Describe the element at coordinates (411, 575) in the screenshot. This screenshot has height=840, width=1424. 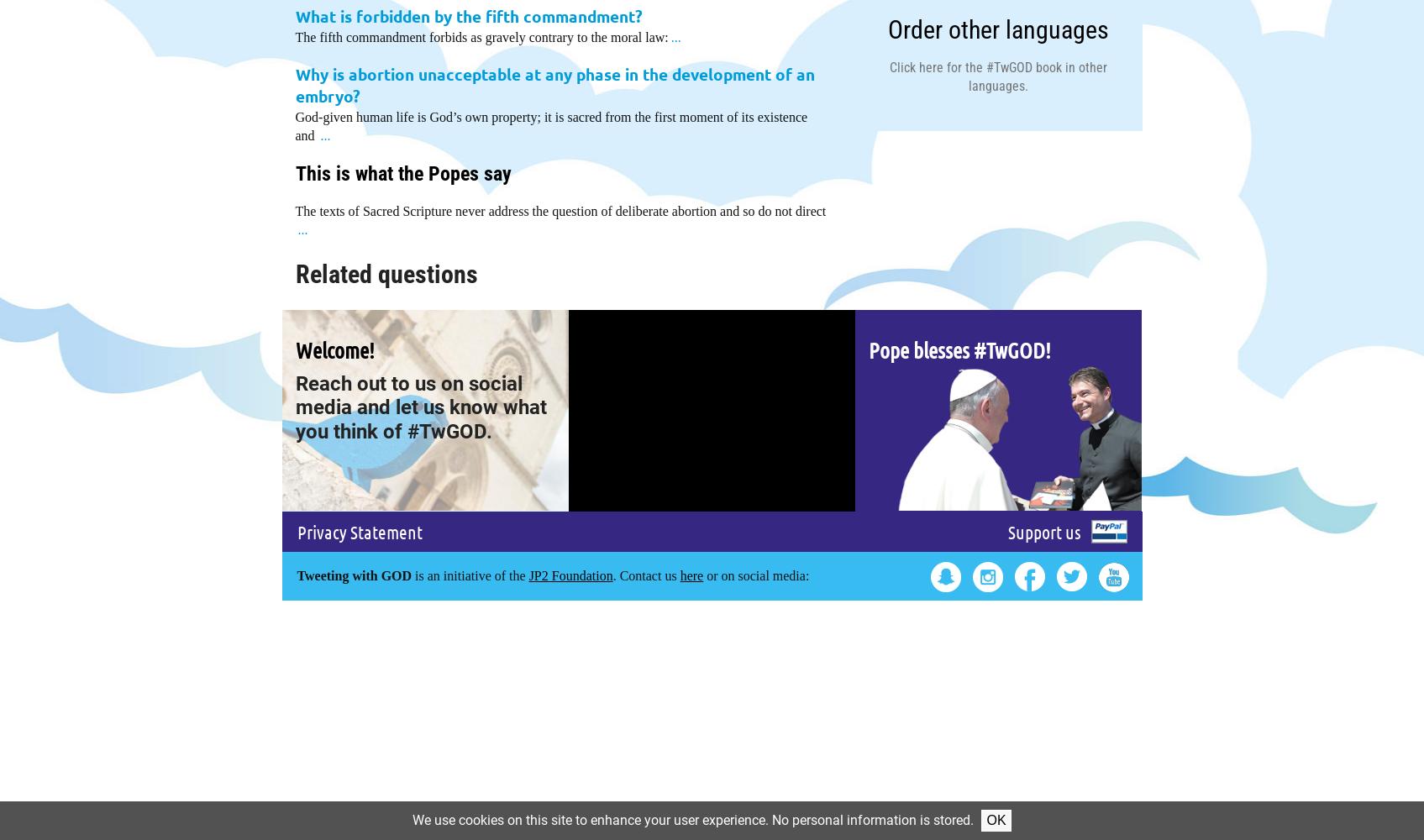
I see `'is an initiative of the'` at that location.